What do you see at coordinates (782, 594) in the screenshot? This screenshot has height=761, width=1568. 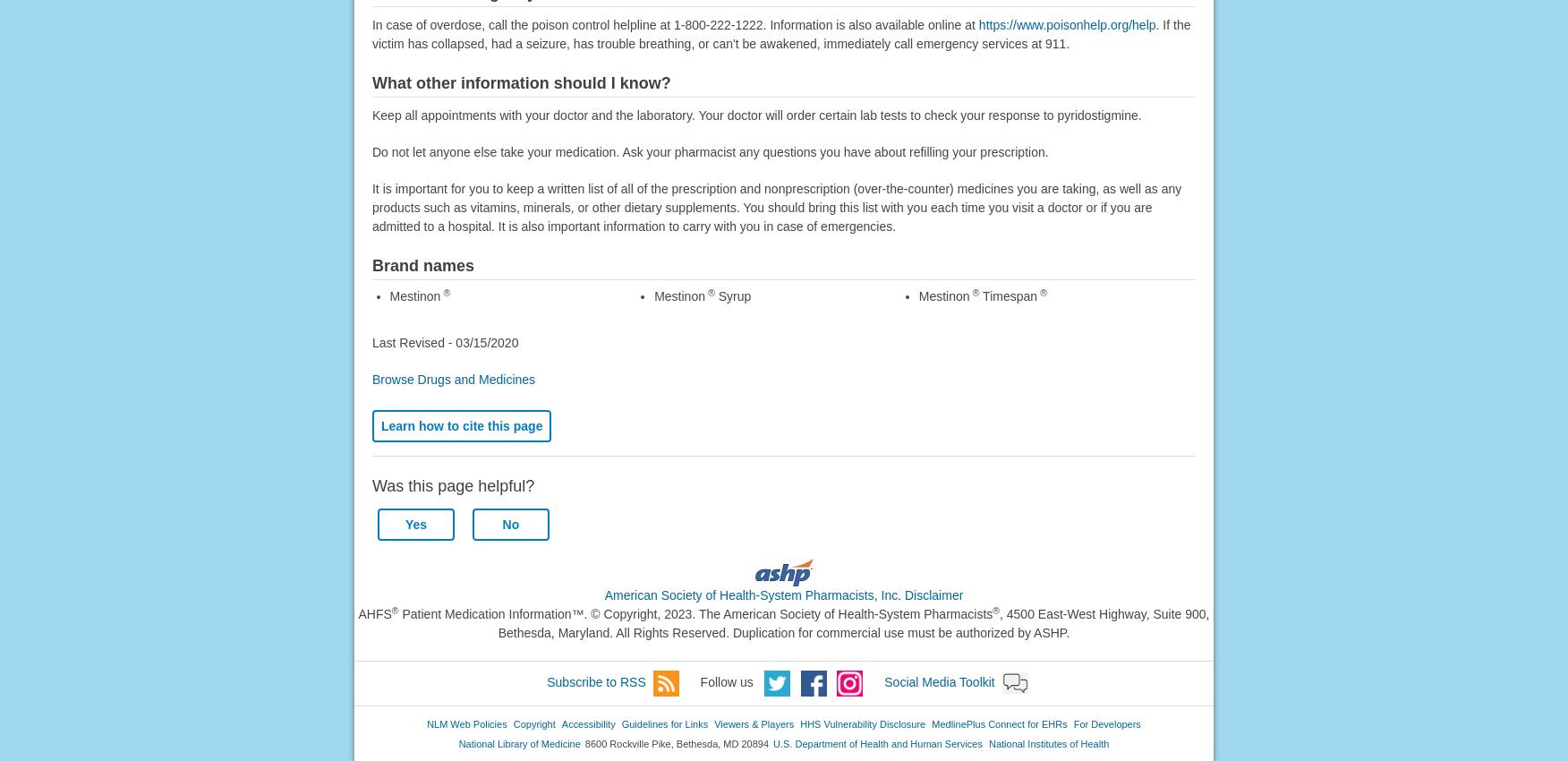 I see `'American Society of Health-System Pharmacists, Inc. Disclaimer'` at bounding box center [782, 594].